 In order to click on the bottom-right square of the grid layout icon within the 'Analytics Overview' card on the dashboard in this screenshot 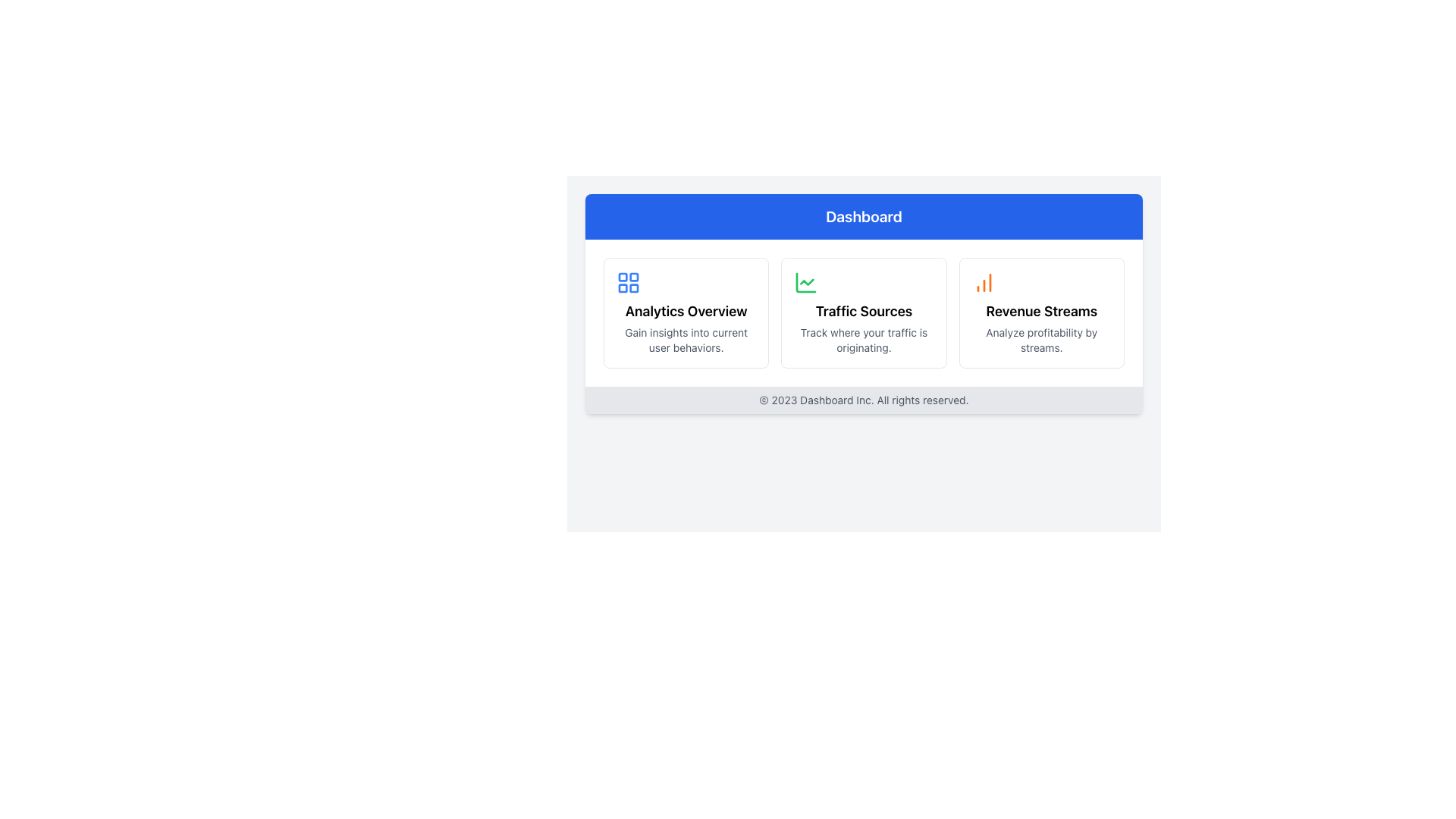, I will do `click(634, 288)`.